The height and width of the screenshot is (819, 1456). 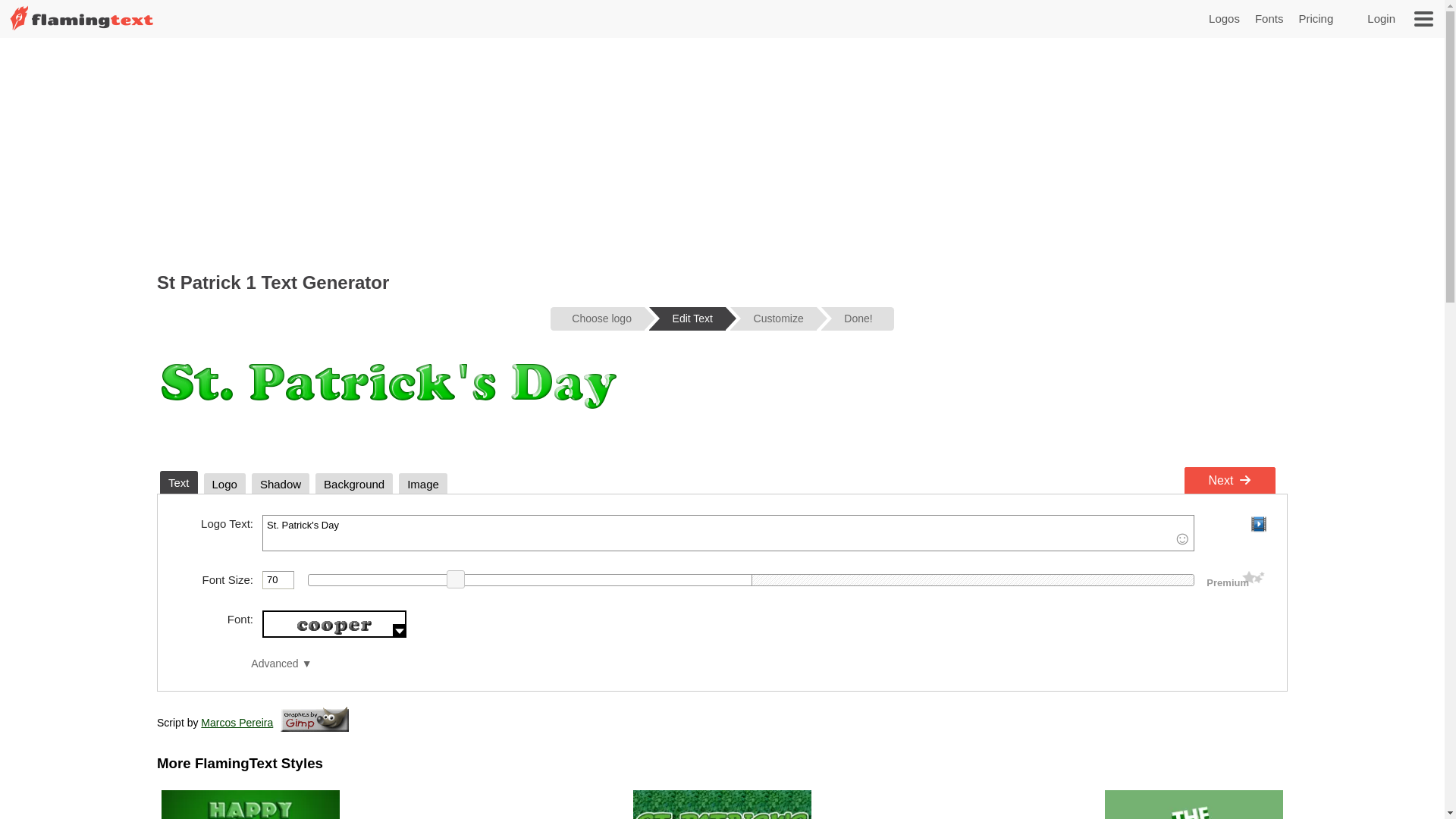 I want to click on 'Advanced', so click(x=251, y=663).